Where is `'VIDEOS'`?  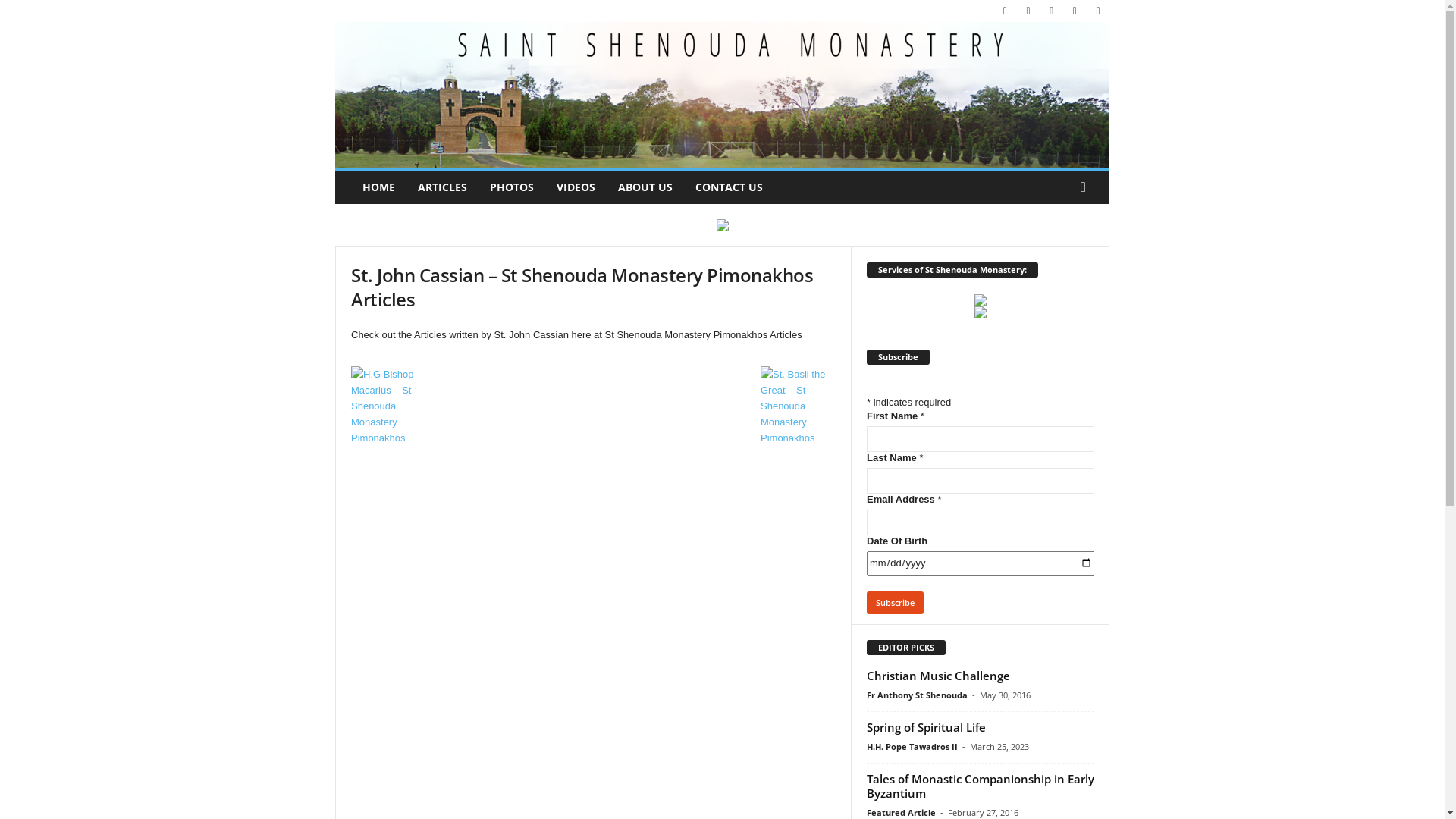
'VIDEOS' is located at coordinates (575, 186).